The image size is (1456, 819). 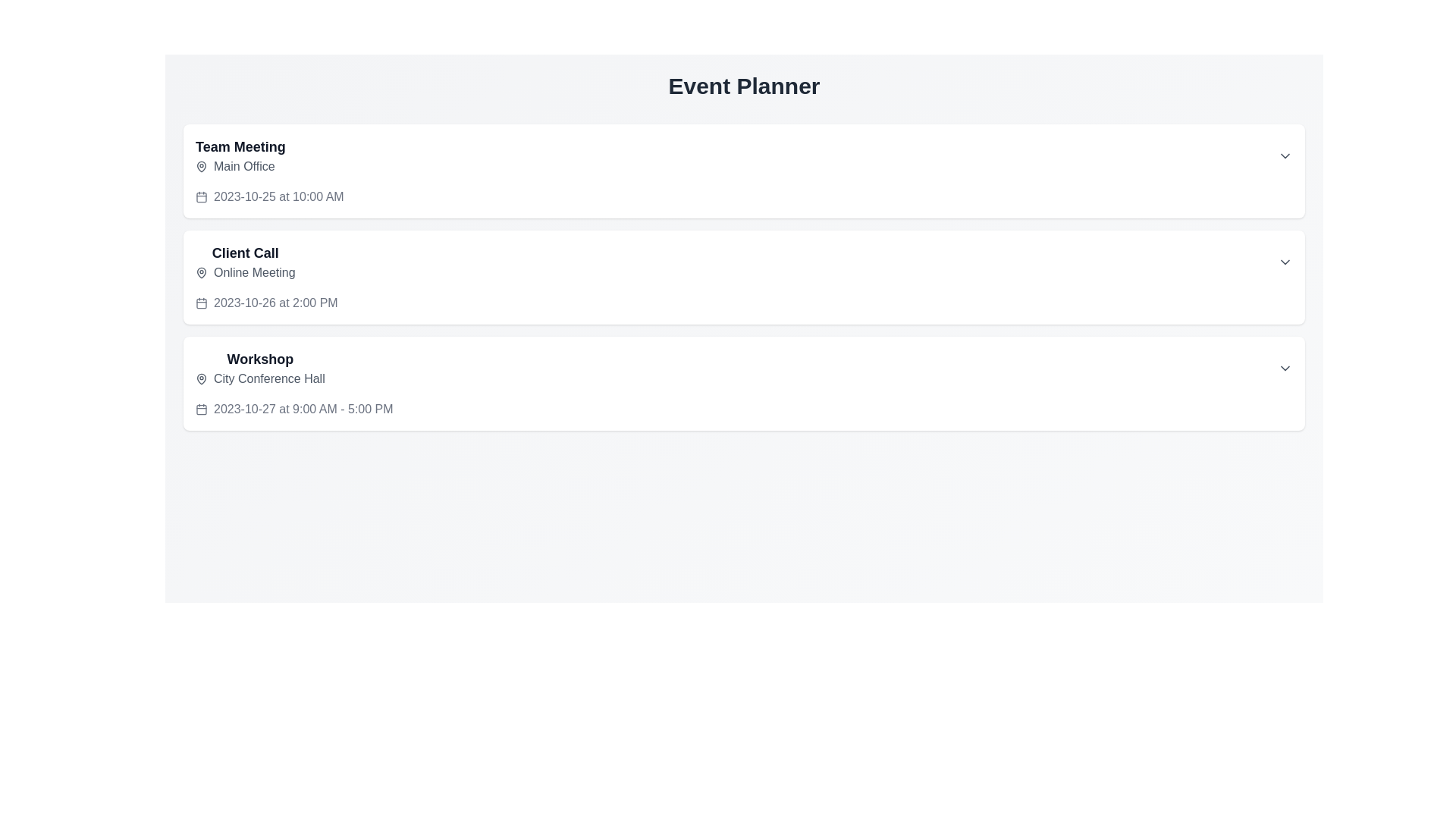 I want to click on the 'Client Call' text label, which features a bold title and a secondary line with a map pin icon, positioned between 'Team Meeting' and 'Workshop', so click(x=245, y=262).